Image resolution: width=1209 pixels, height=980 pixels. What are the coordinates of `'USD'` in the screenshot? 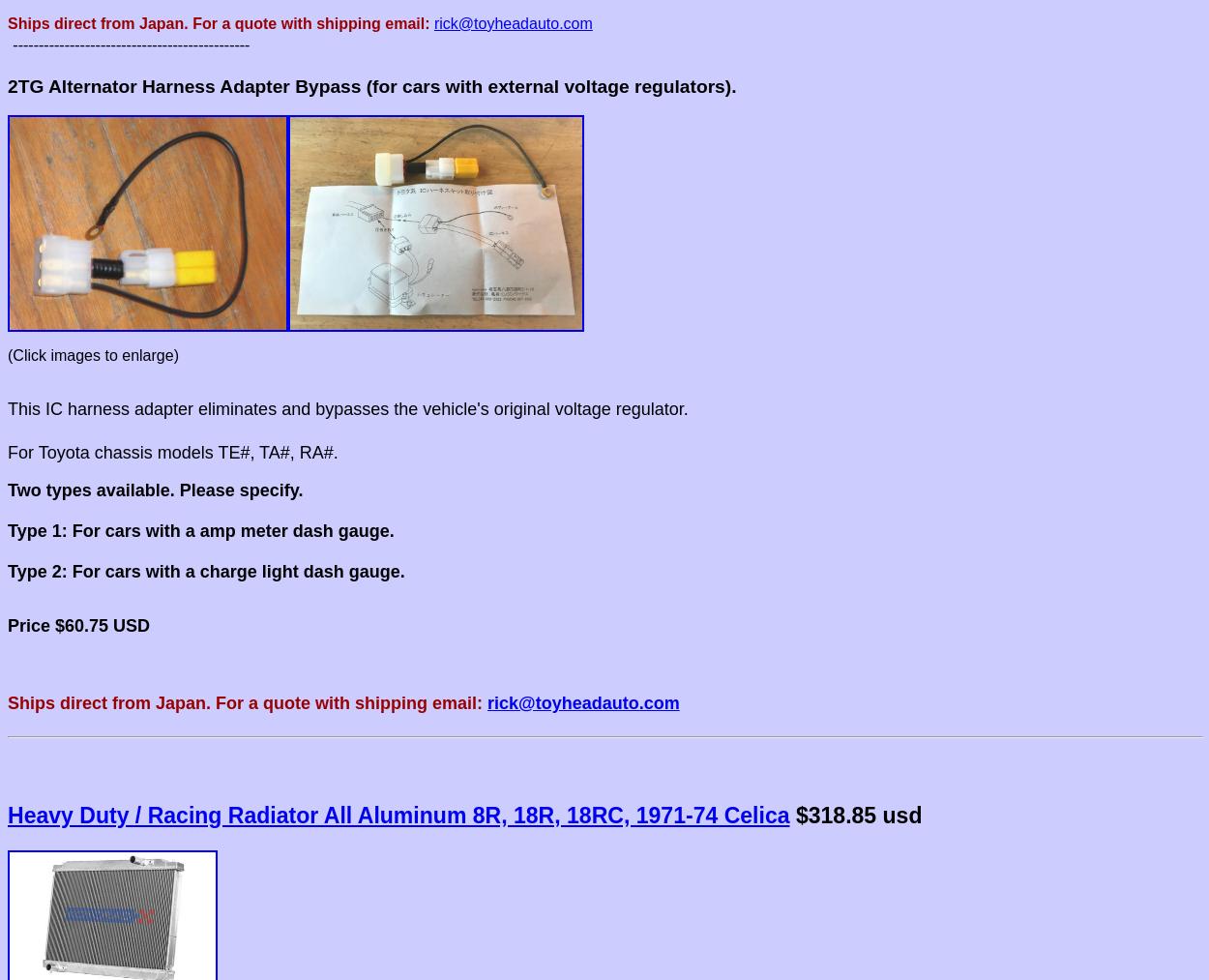 It's located at (132, 623).